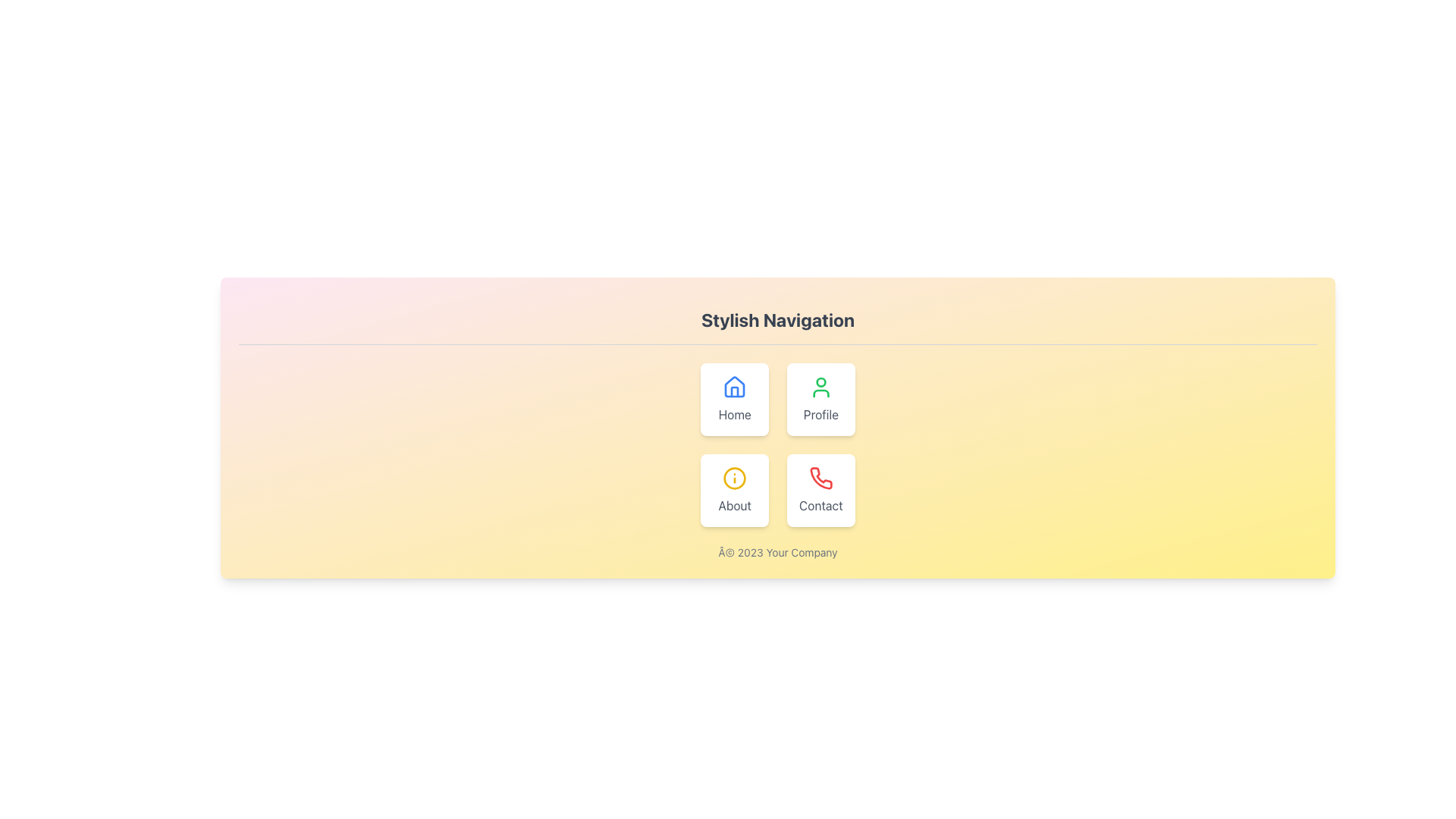 The image size is (1456, 819). I want to click on the house icon representing the 'Home' button, which is styled with a blue color and located in the top-left cell beneath the title 'Stylish Navigation', so click(735, 386).